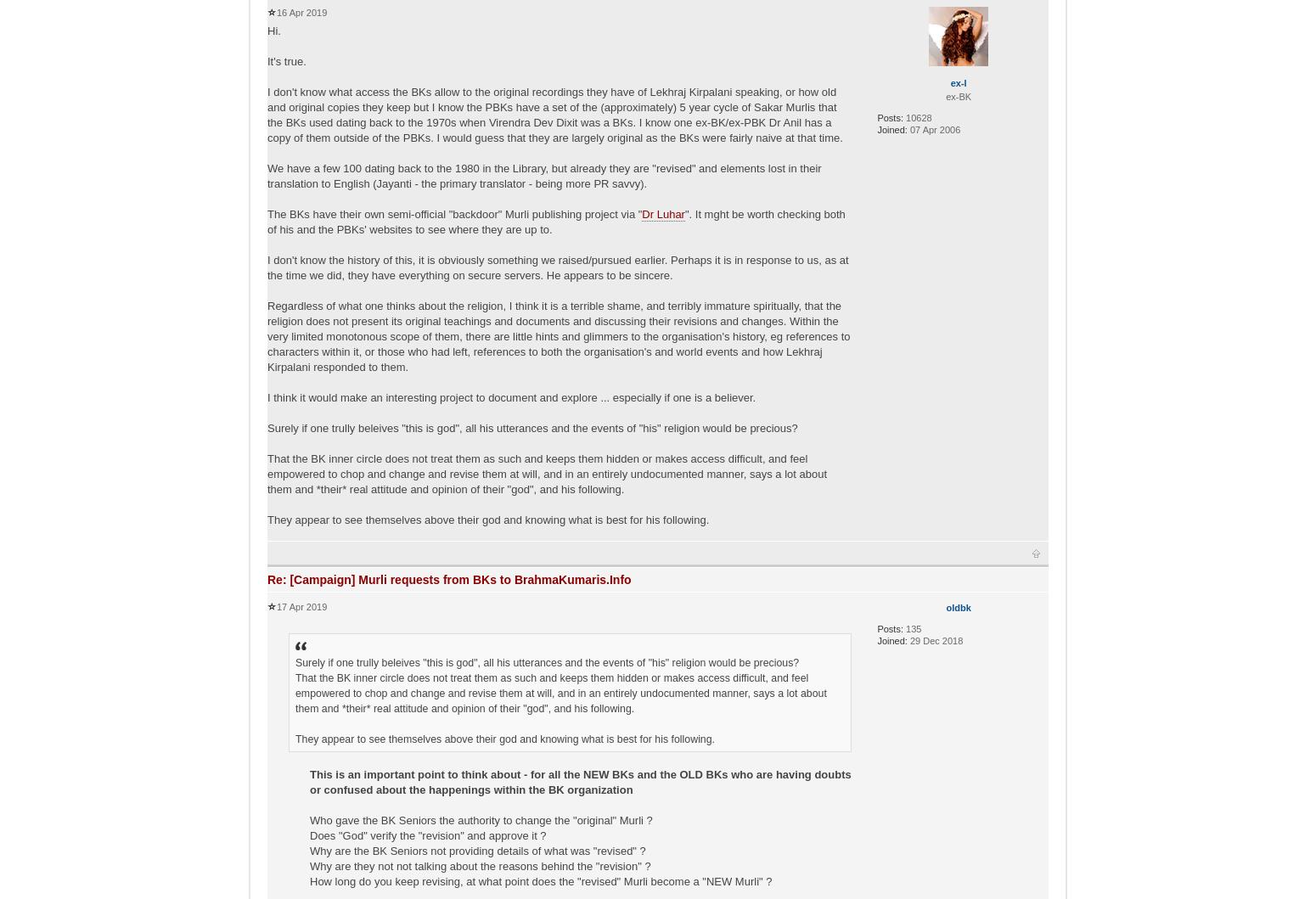  What do you see at coordinates (957, 82) in the screenshot?
I see `'ex-l'` at bounding box center [957, 82].